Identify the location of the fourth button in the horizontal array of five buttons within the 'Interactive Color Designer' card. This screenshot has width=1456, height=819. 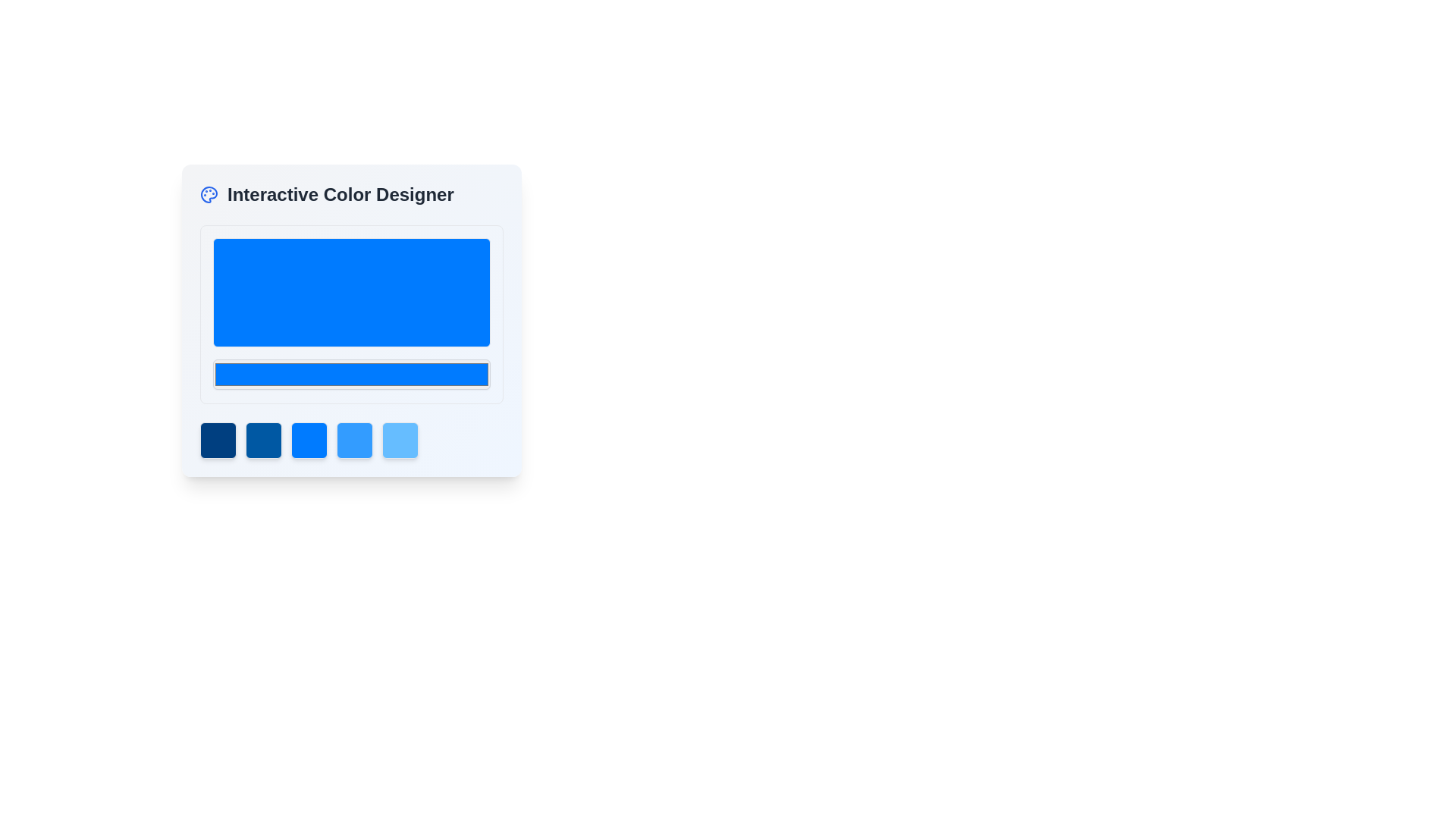
(351, 441).